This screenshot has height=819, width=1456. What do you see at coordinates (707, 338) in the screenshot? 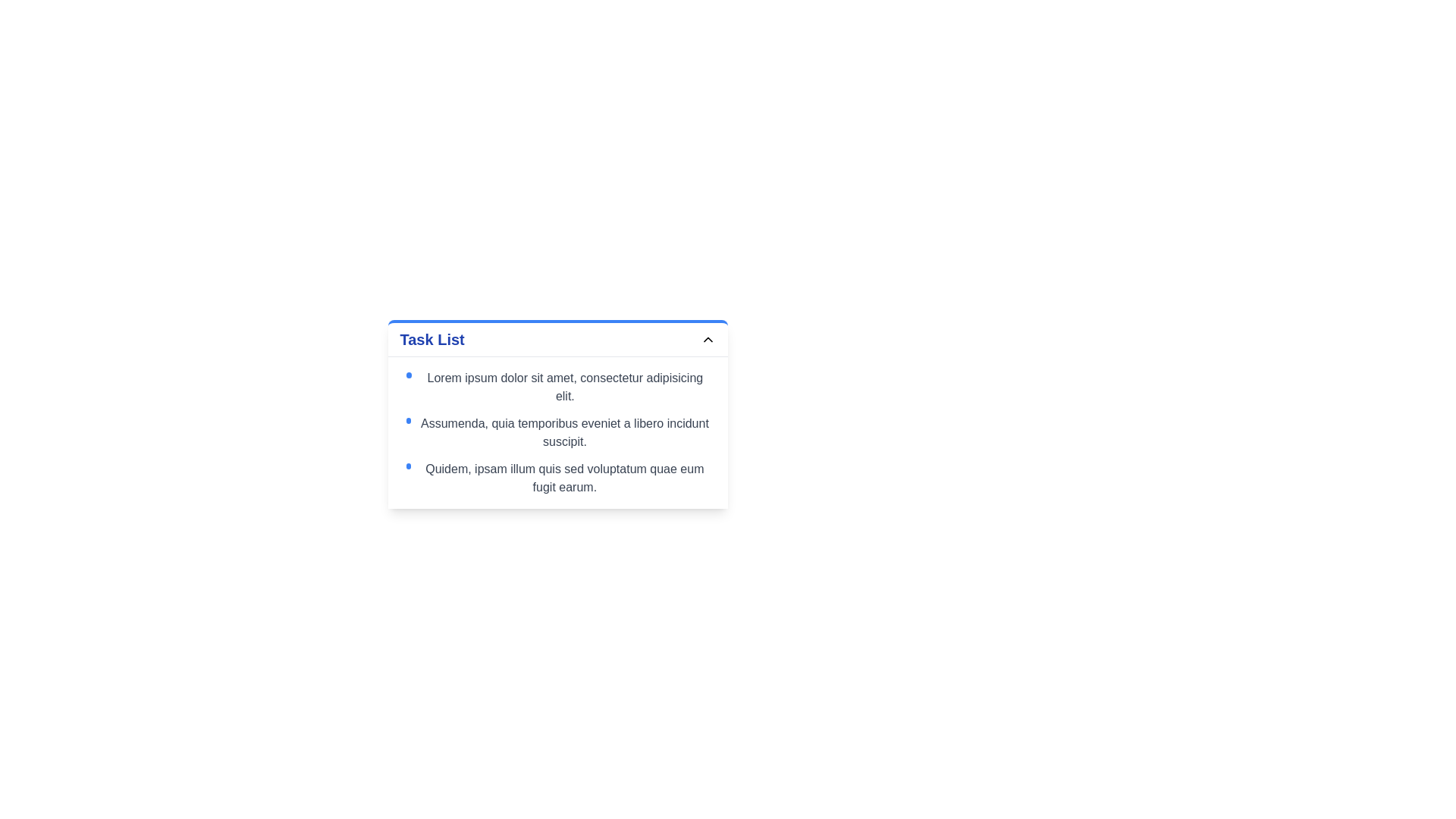
I see `the upward-pointing chevron icon adjacent to the 'Task List' heading` at bounding box center [707, 338].